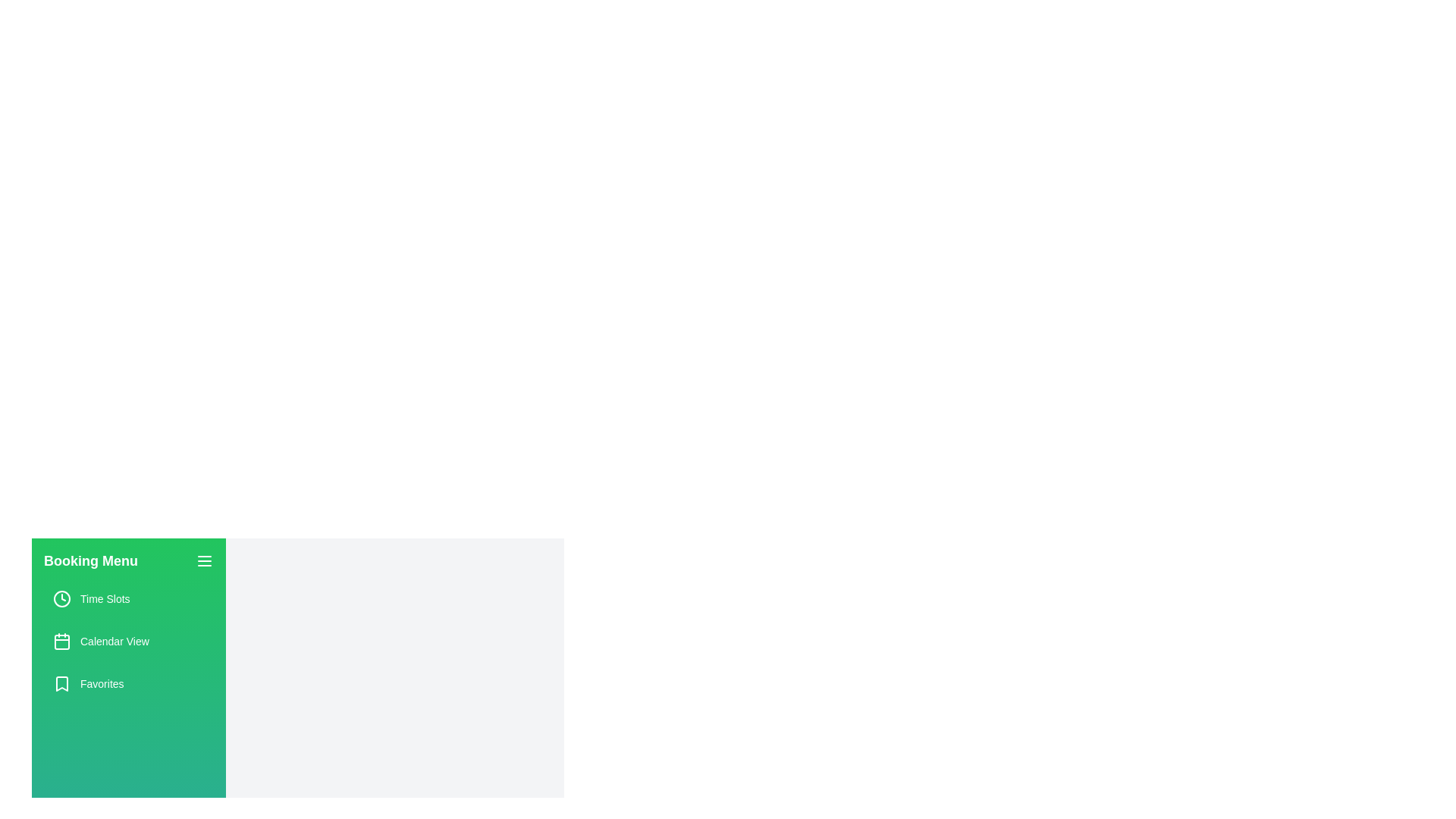 The image size is (1456, 819). Describe the element at coordinates (203, 561) in the screenshot. I see `toggle button to open or close the booking menu` at that location.